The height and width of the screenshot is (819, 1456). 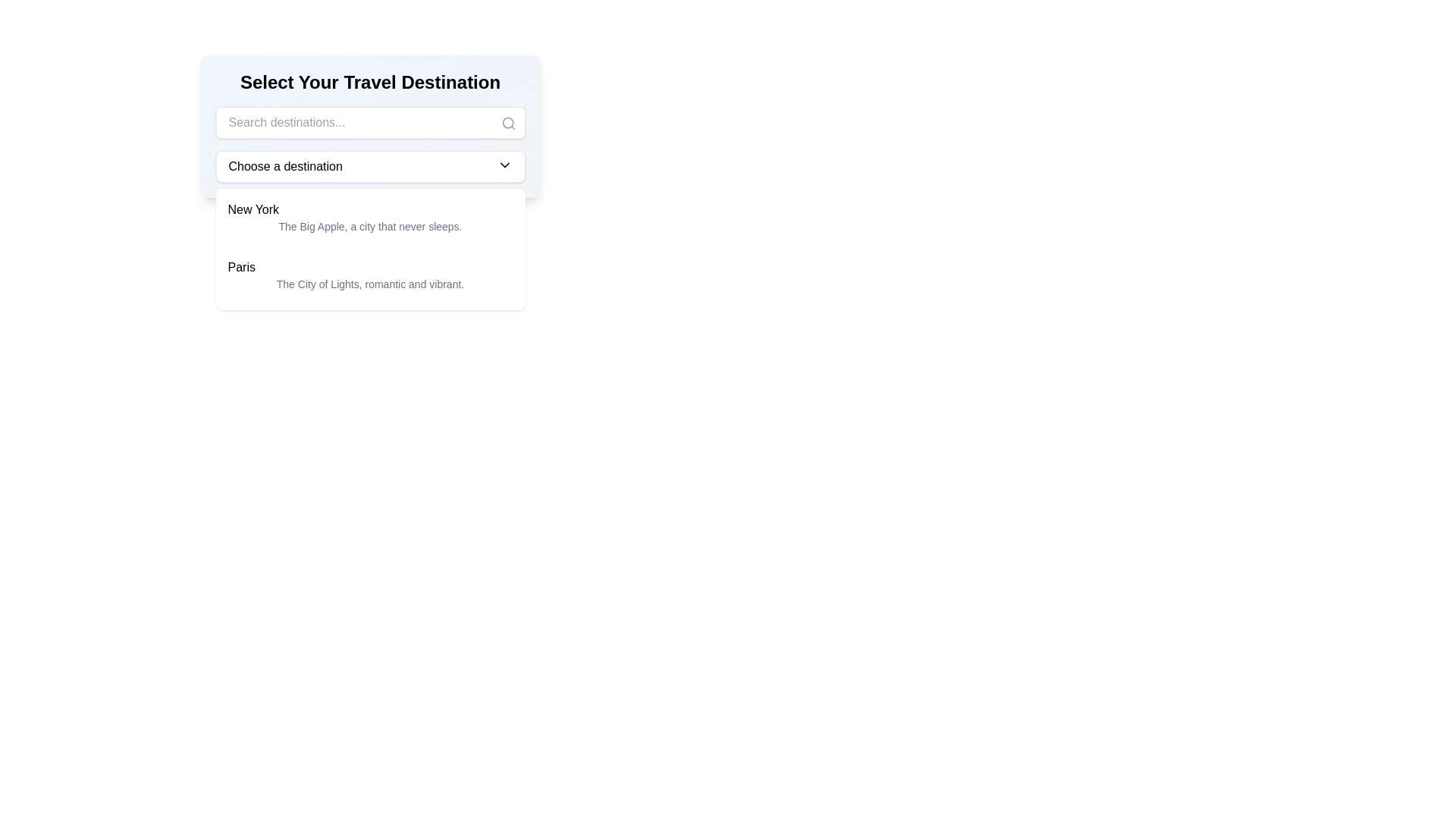 I want to click on text block representing the city 'New York' within the selectable list item located beneath the 'Choose a destination' dropdown, so click(x=370, y=217).